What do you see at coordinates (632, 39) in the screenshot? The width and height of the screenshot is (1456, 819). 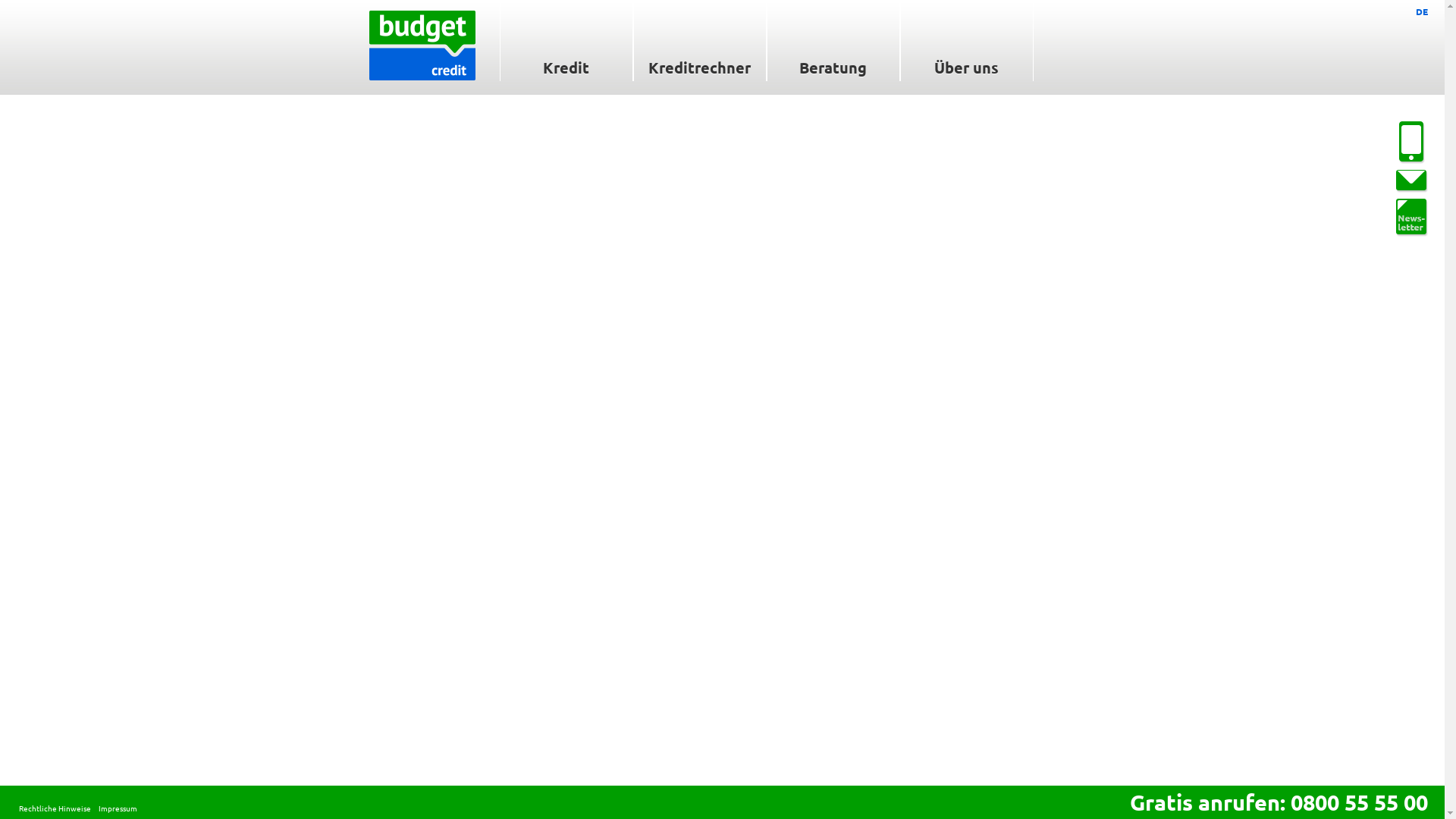 I see `'Kreditrechner'` at bounding box center [632, 39].